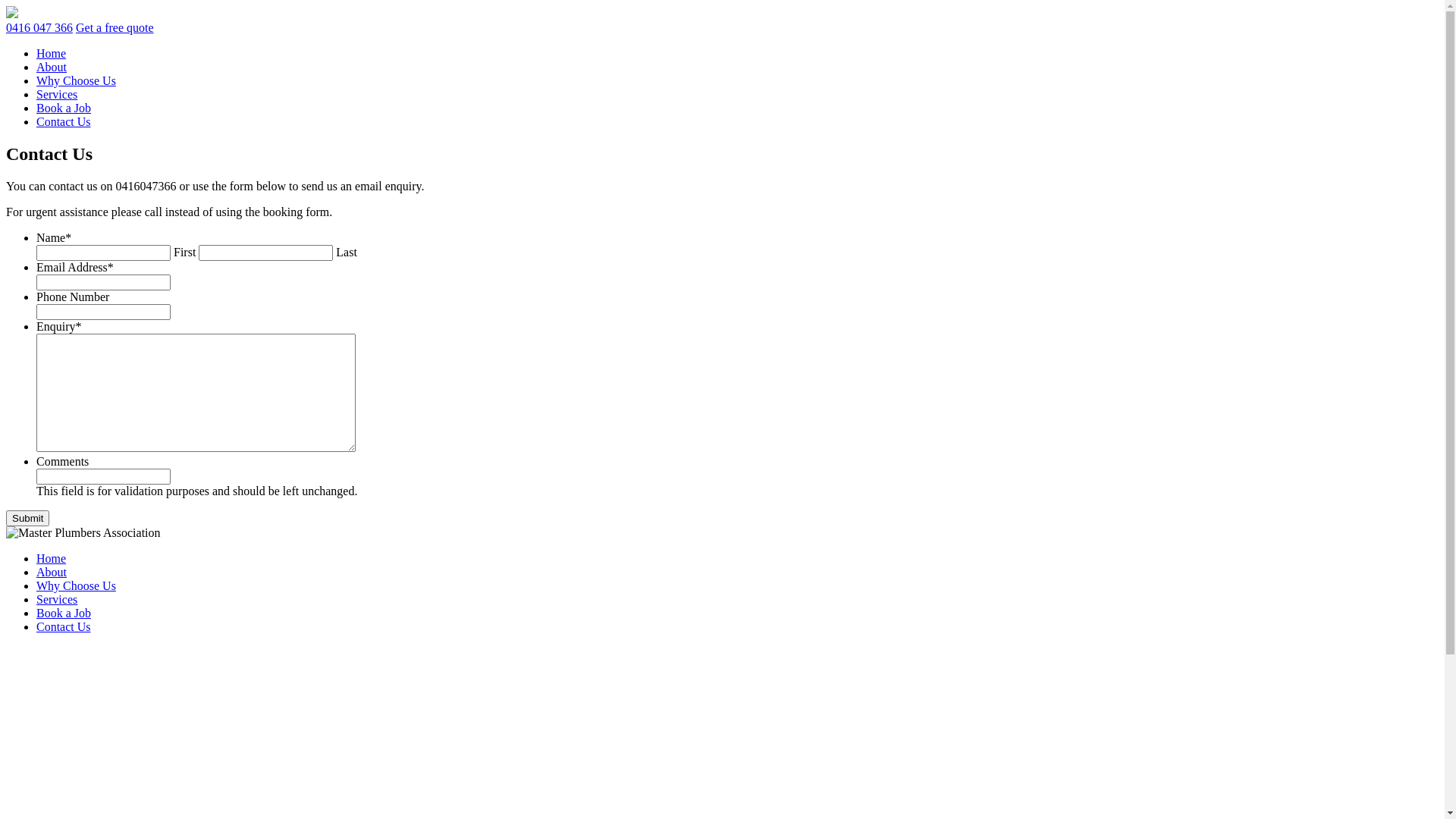 This screenshot has height=819, width=1456. Describe the element at coordinates (62, 612) in the screenshot. I see `'Book a Job'` at that location.